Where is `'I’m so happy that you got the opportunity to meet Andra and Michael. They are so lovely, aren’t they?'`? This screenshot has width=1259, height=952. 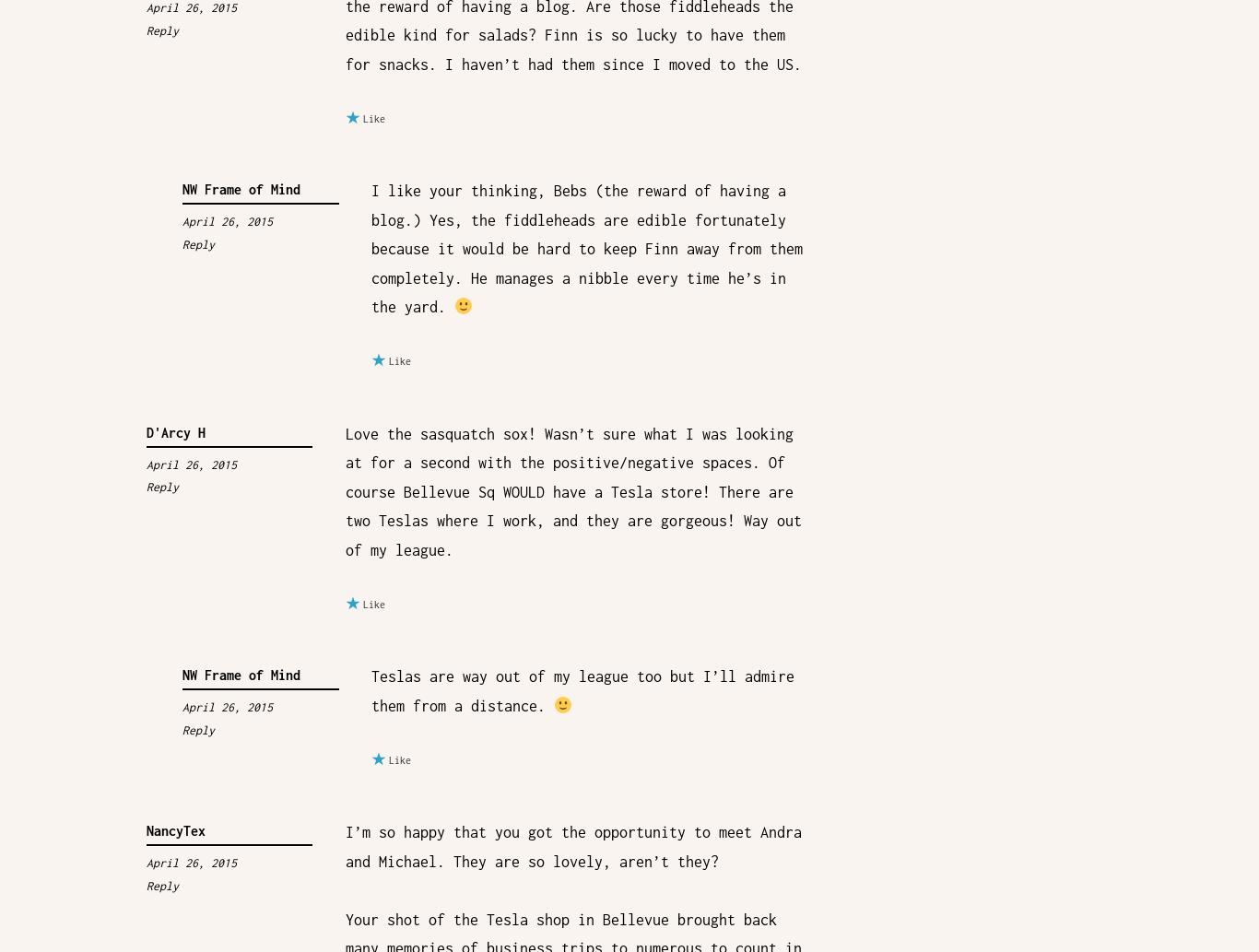 'I’m so happy that you got the opportunity to meet Andra and Michael. They are so lovely, aren’t they?' is located at coordinates (571, 845).